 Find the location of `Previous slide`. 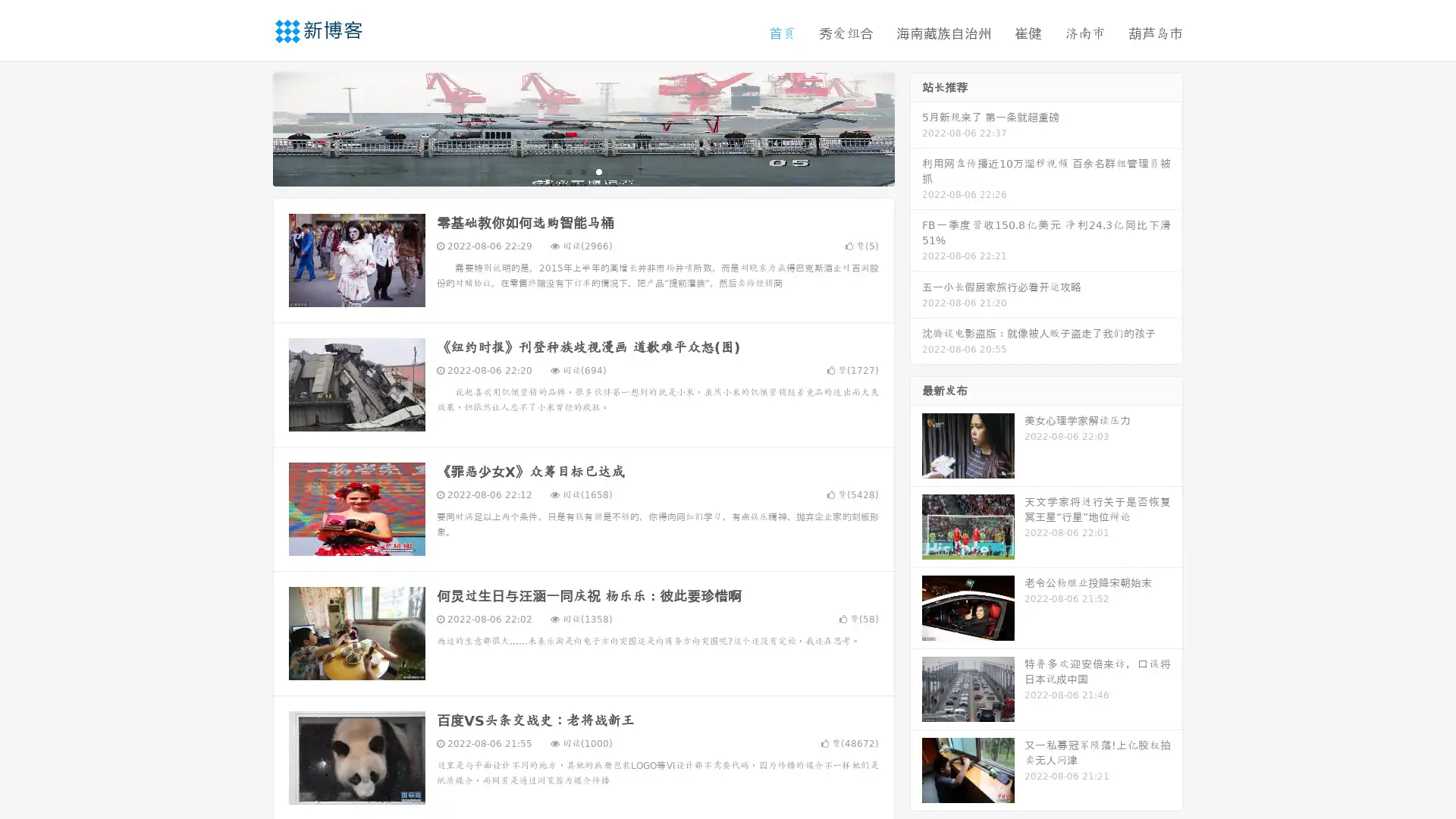

Previous slide is located at coordinates (250, 127).